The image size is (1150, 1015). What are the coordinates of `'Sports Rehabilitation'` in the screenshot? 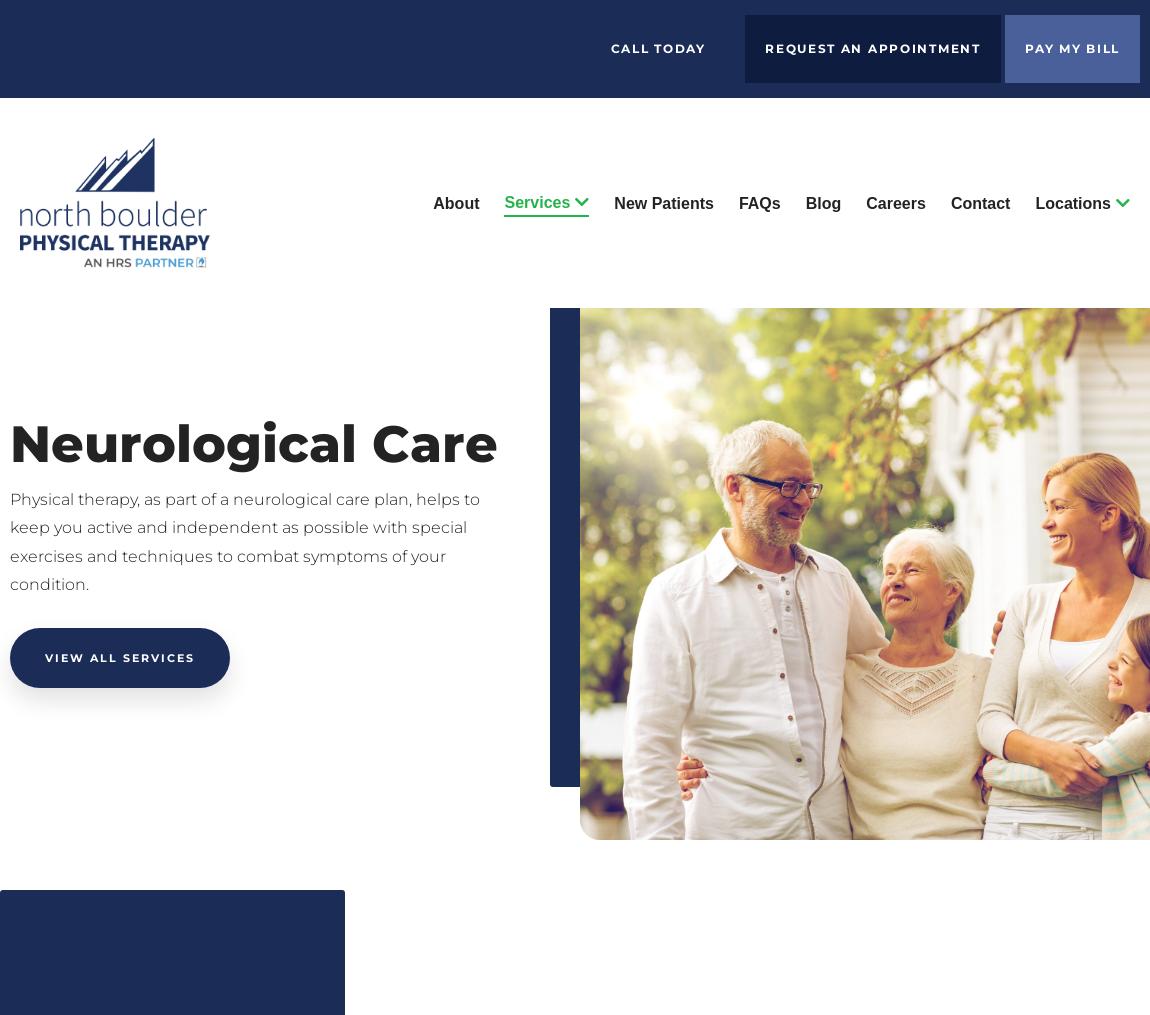 It's located at (415, 347).